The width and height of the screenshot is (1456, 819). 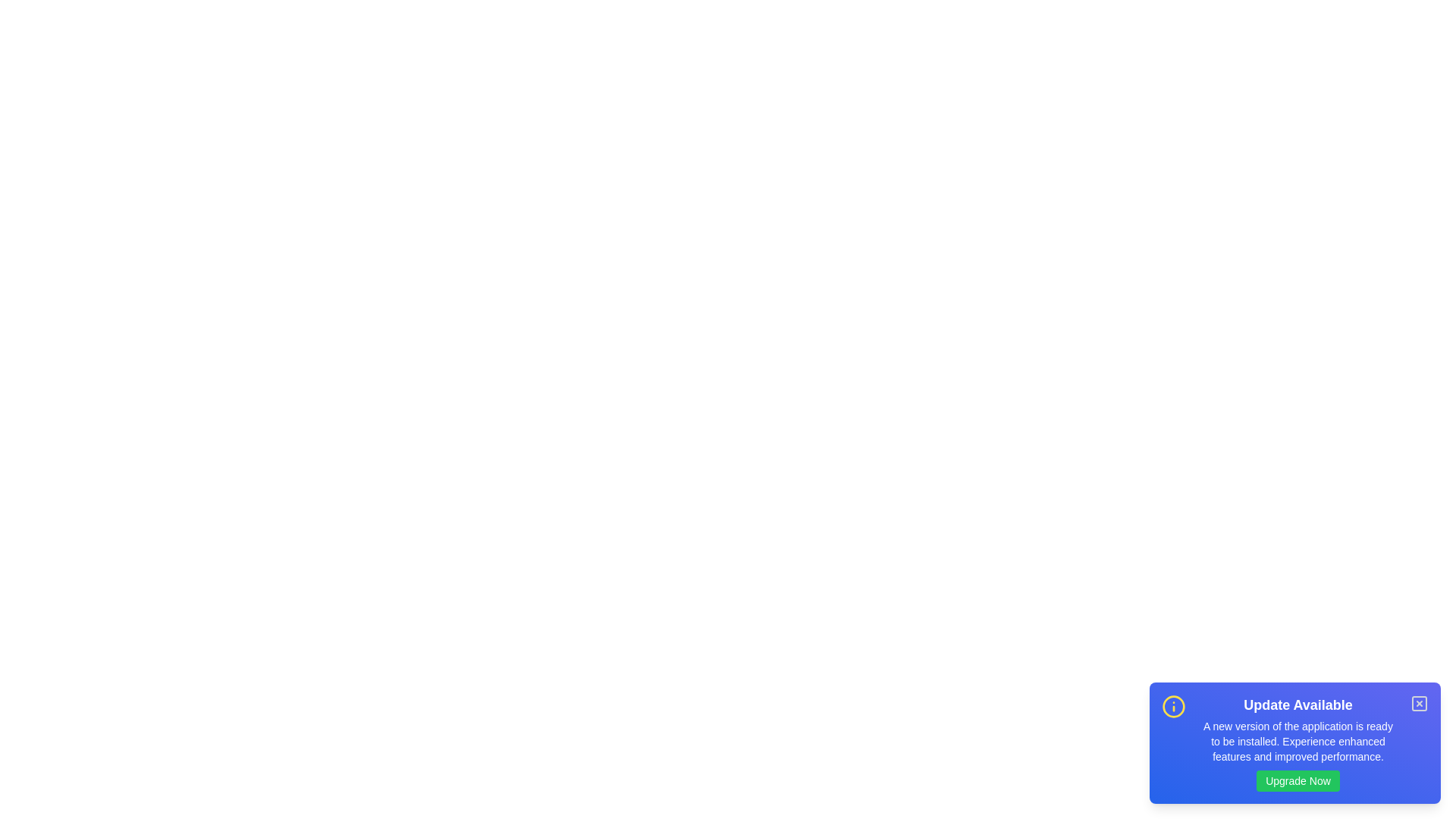 I want to click on 'Upgrade Now' button to initiate the update process, so click(x=1298, y=780).